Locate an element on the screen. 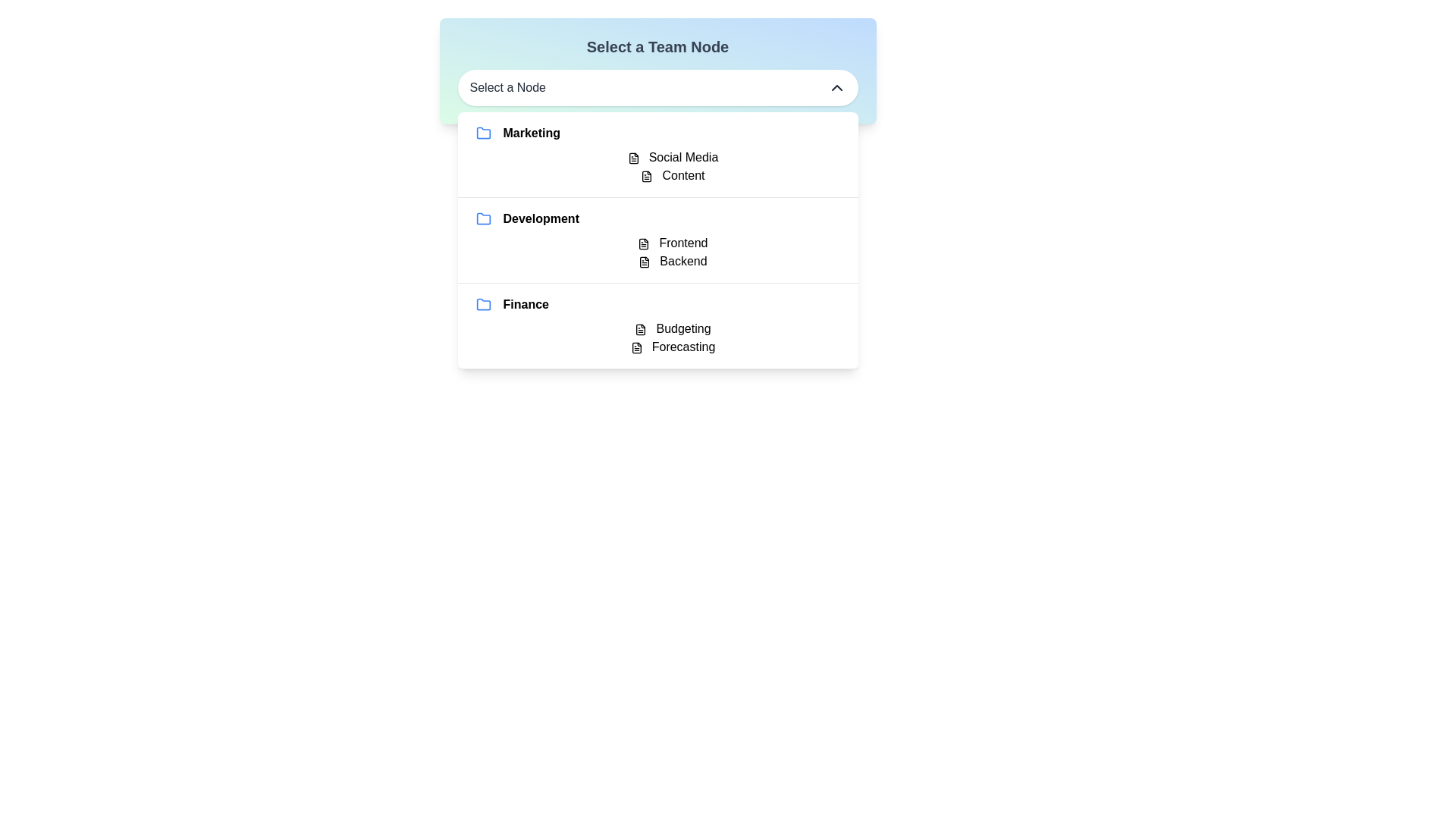  the clickable text label with an accompanying icon located beneath the 'Social Media' item in the 'Marketing' section to change its color is located at coordinates (672, 174).